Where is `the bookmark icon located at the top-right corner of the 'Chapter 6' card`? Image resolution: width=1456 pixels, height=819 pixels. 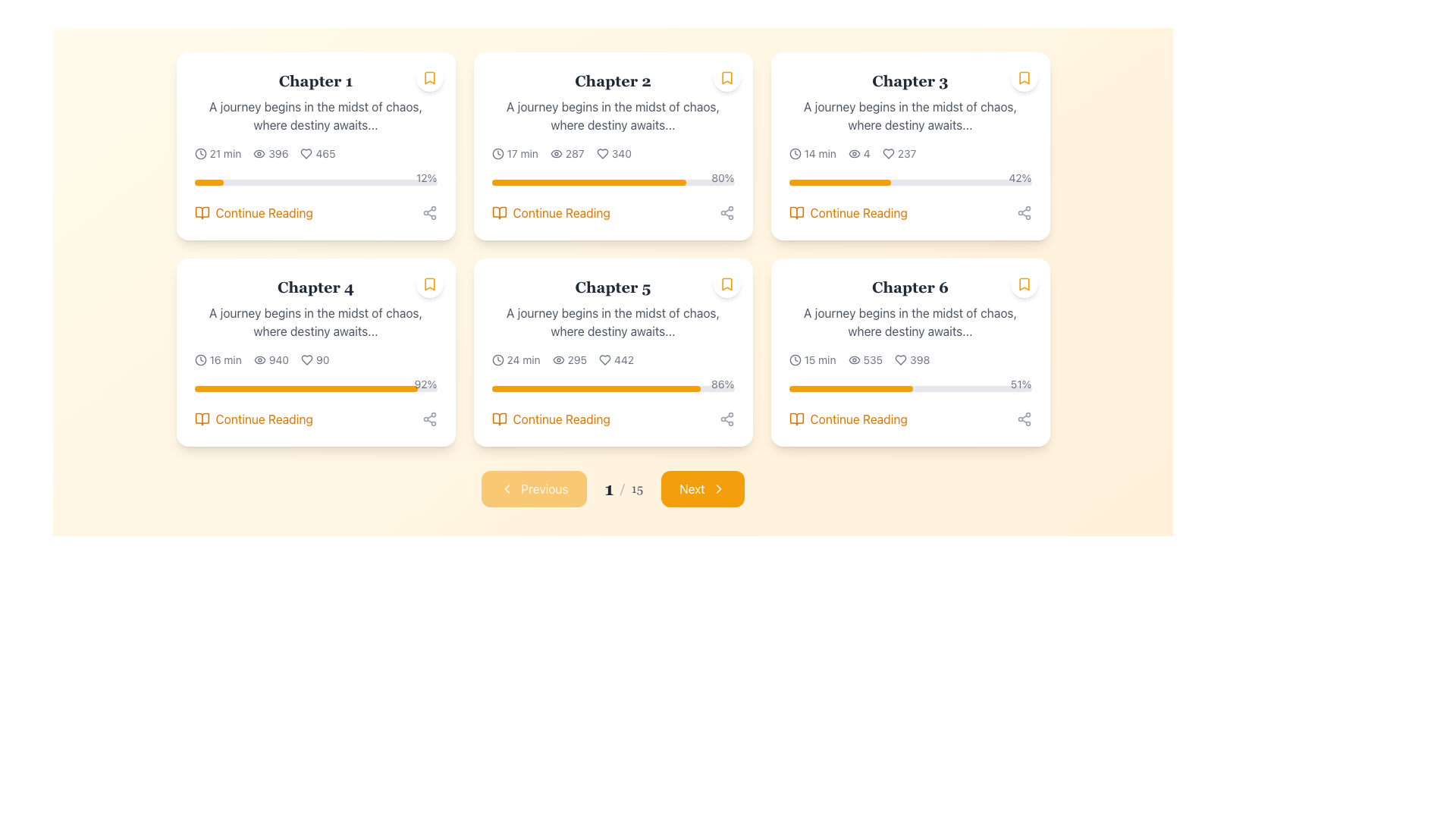 the bookmark icon located at the top-right corner of the 'Chapter 6' card is located at coordinates (1024, 284).